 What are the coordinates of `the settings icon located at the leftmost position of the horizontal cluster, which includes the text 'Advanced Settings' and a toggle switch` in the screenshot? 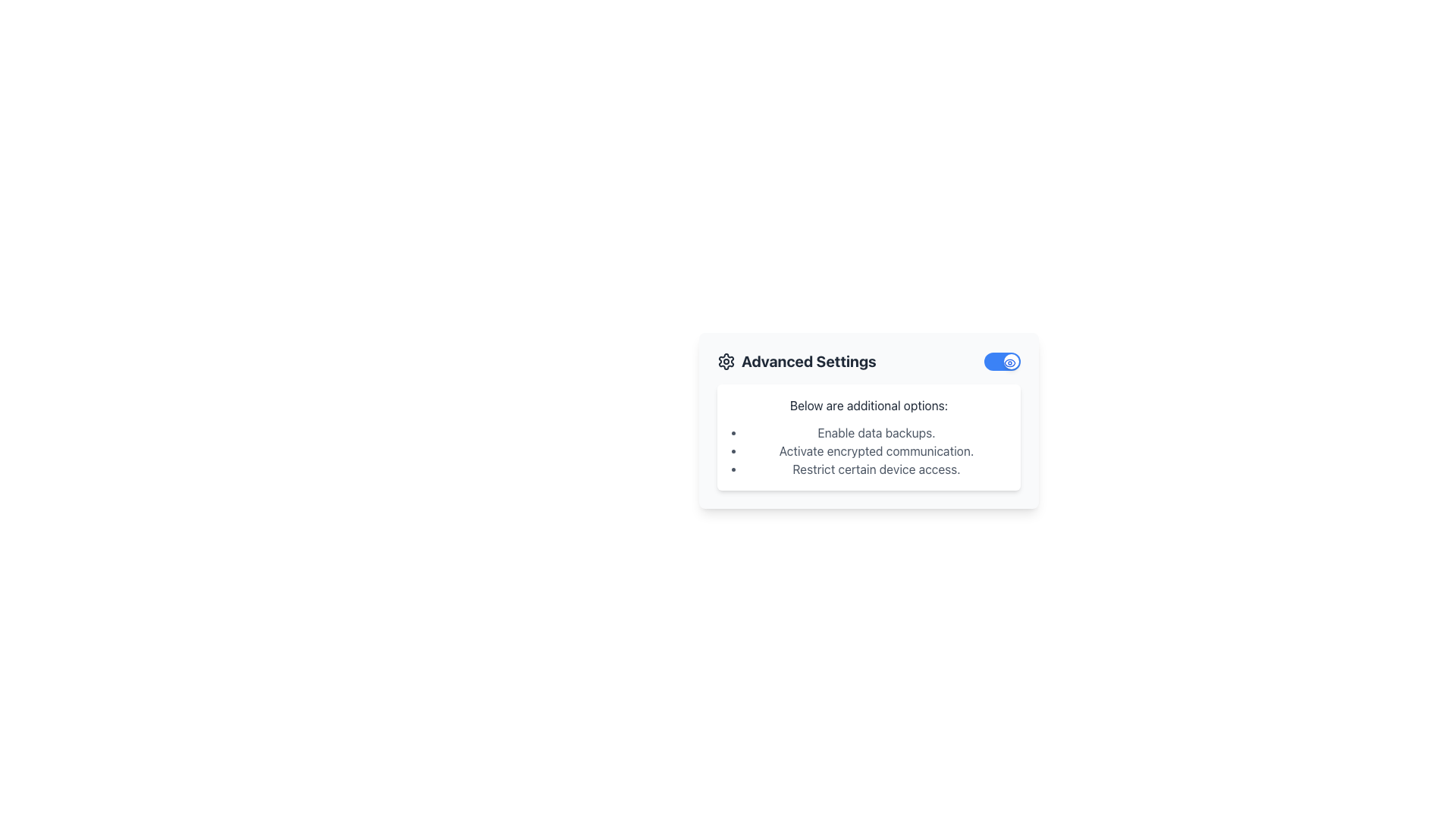 It's located at (726, 362).